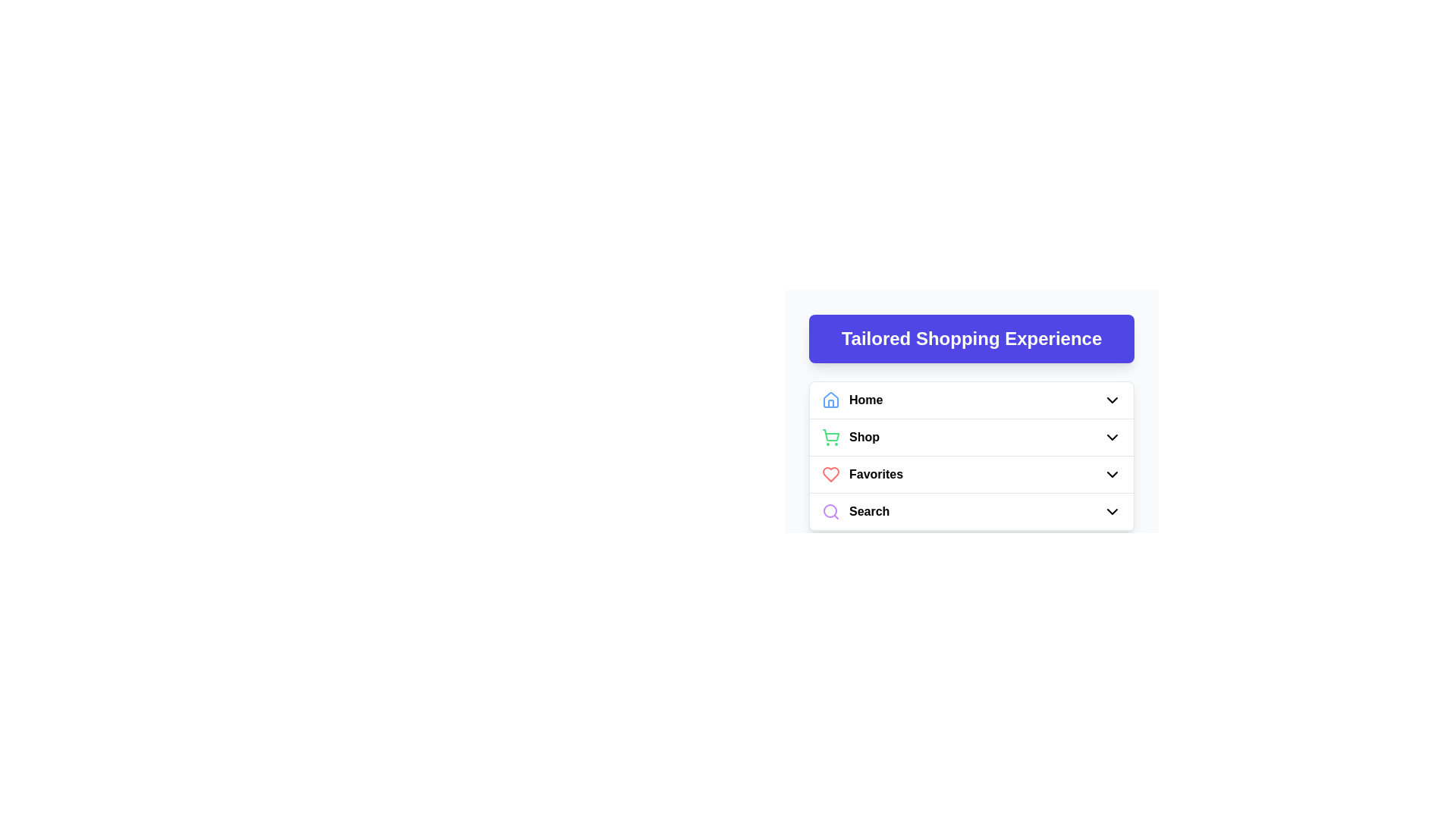  I want to click on the header element with a bright indigo background and white bold text reading 'Tailored Shopping Experience', so click(971, 338).